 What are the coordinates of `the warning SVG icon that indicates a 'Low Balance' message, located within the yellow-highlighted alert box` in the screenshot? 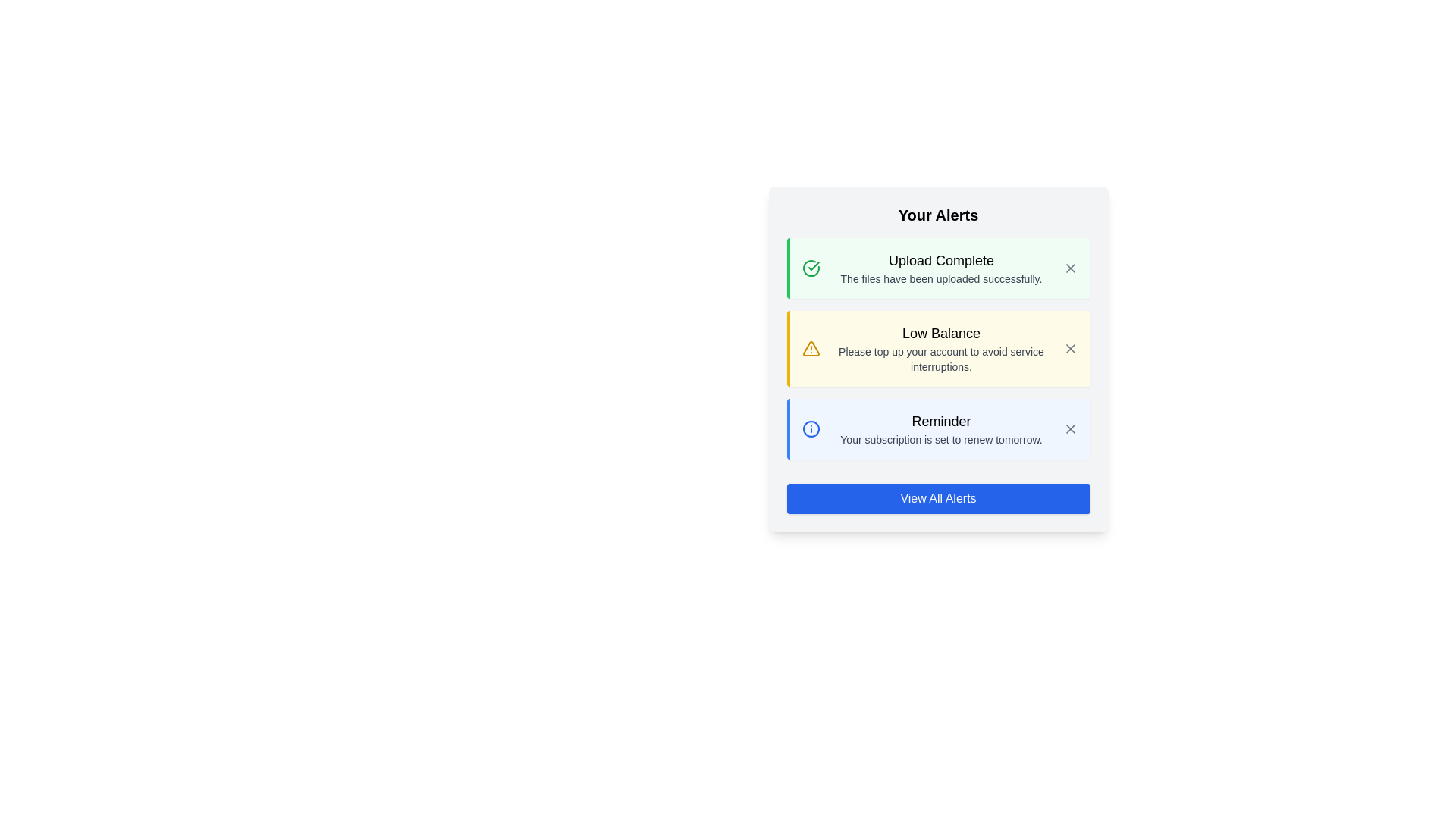 It's located at (810, 348).